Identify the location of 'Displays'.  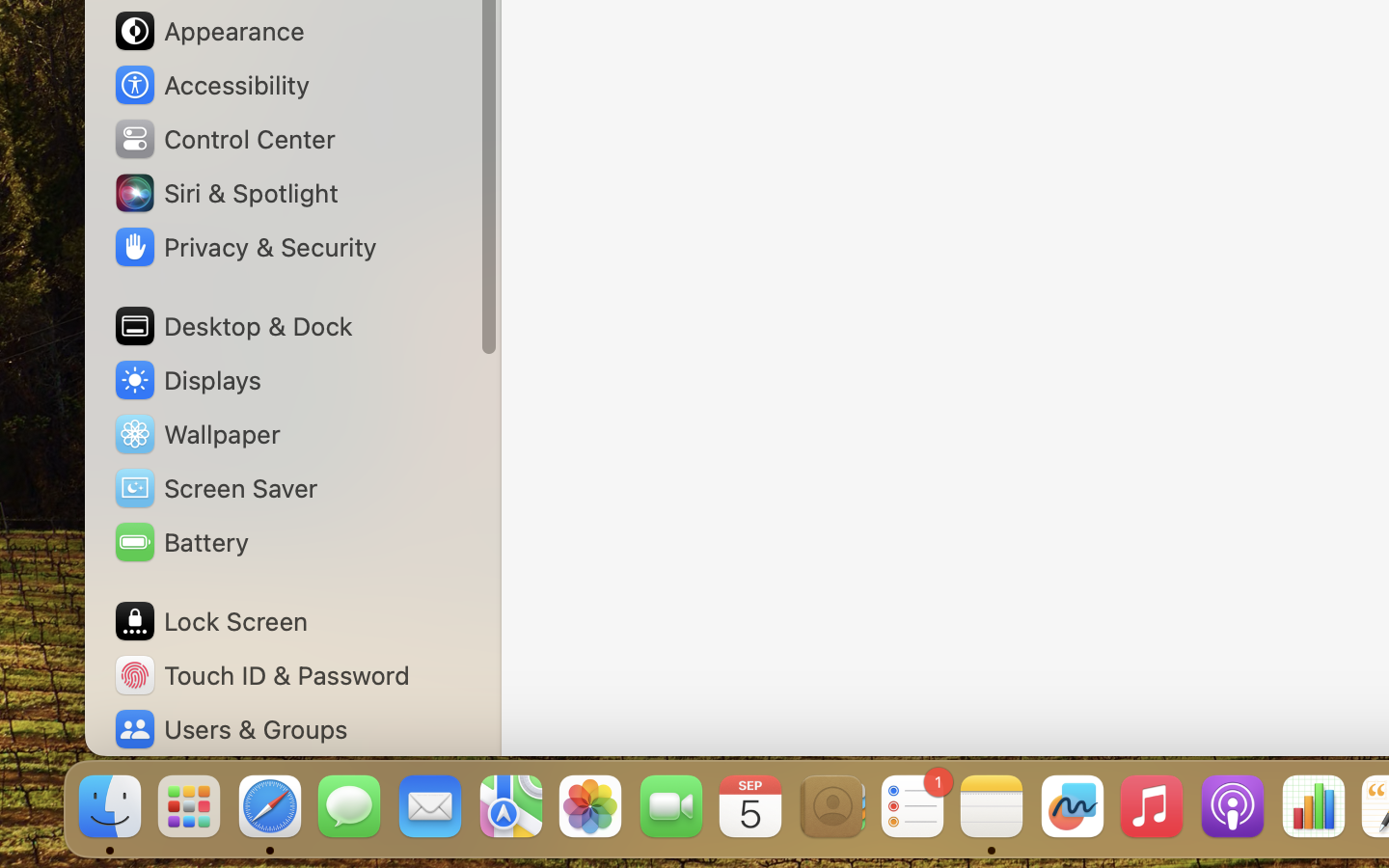
(186, 380).